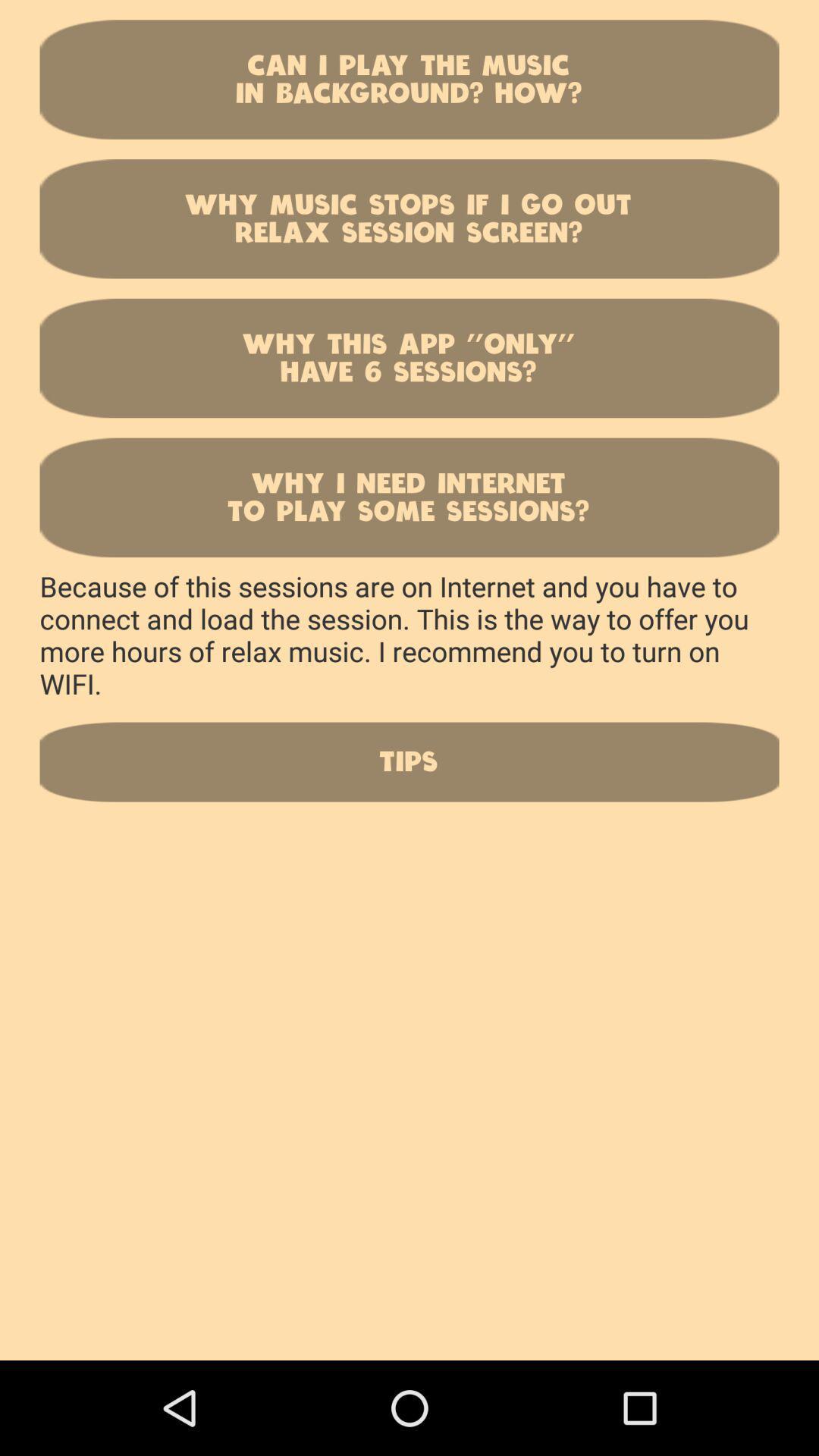 The image size is (819, 1456). I want to click on why music stops button, so click(409, 218).